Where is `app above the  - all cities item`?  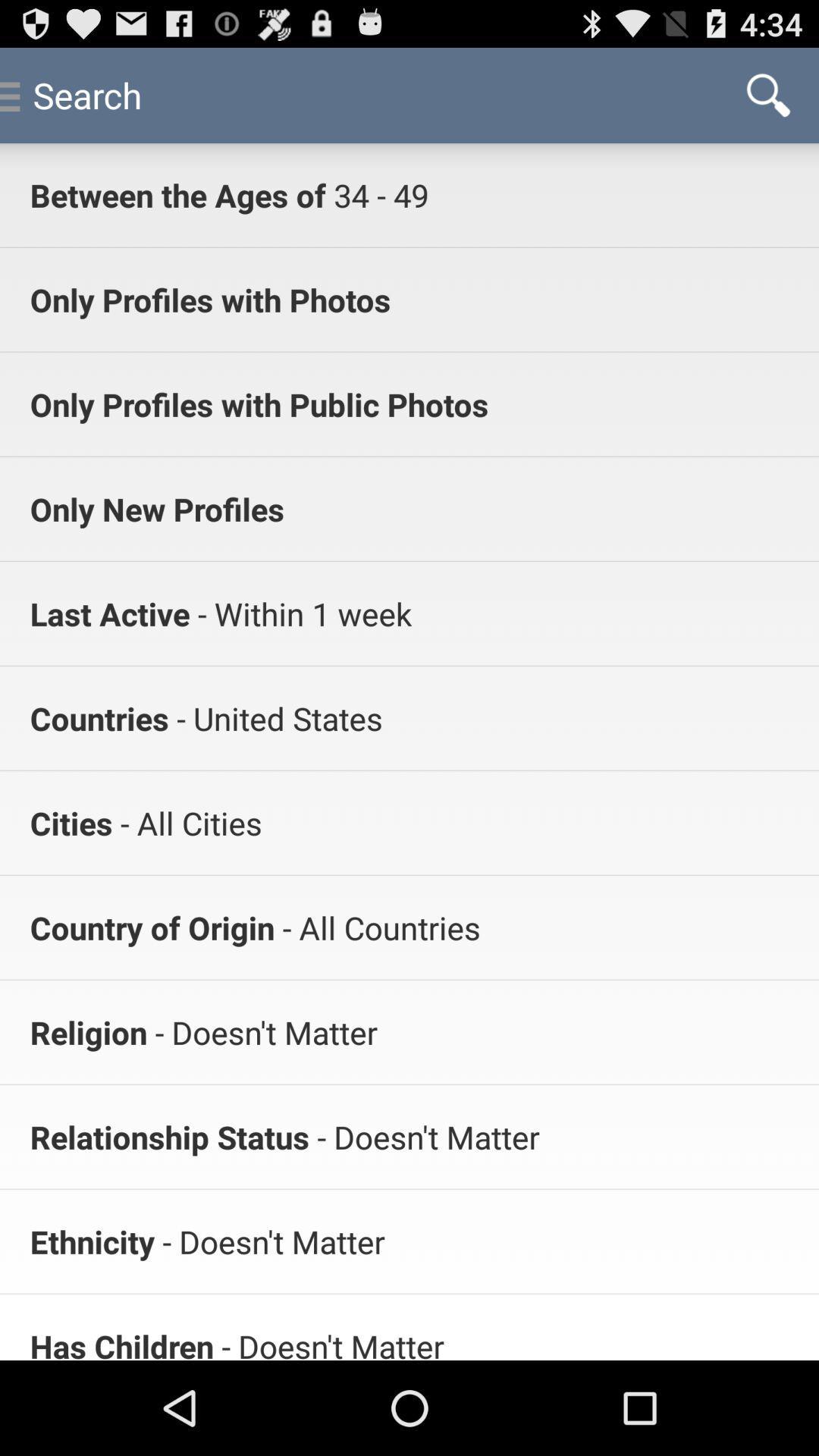
app above the  - all cities item is located at coordinates (275, 717).